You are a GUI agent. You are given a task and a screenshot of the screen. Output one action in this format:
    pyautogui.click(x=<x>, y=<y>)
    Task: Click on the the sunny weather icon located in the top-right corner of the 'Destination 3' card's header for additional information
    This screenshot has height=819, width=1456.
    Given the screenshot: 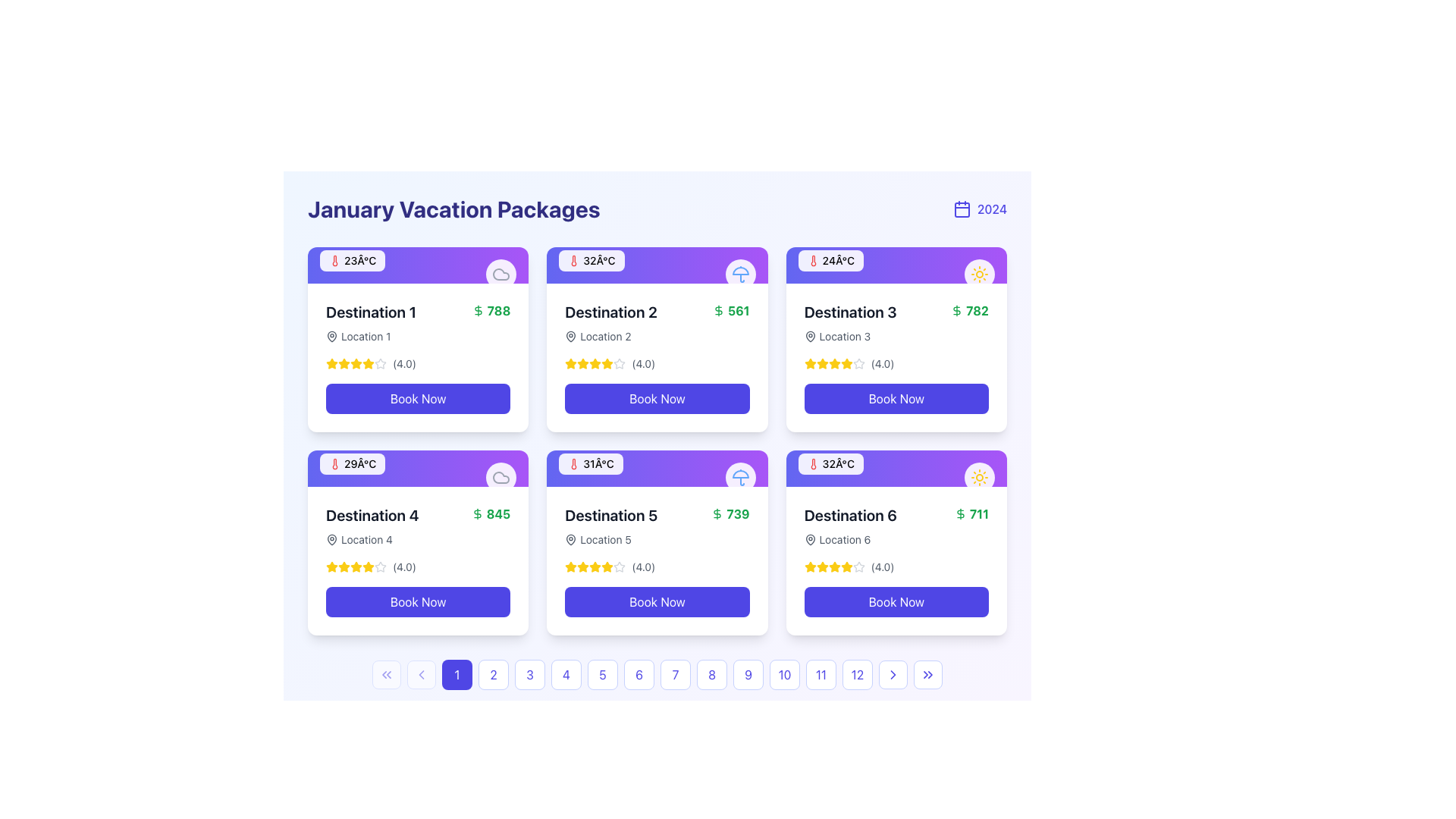 What is the action you would take?
    pyautogui.click(x=979, y=275)
    